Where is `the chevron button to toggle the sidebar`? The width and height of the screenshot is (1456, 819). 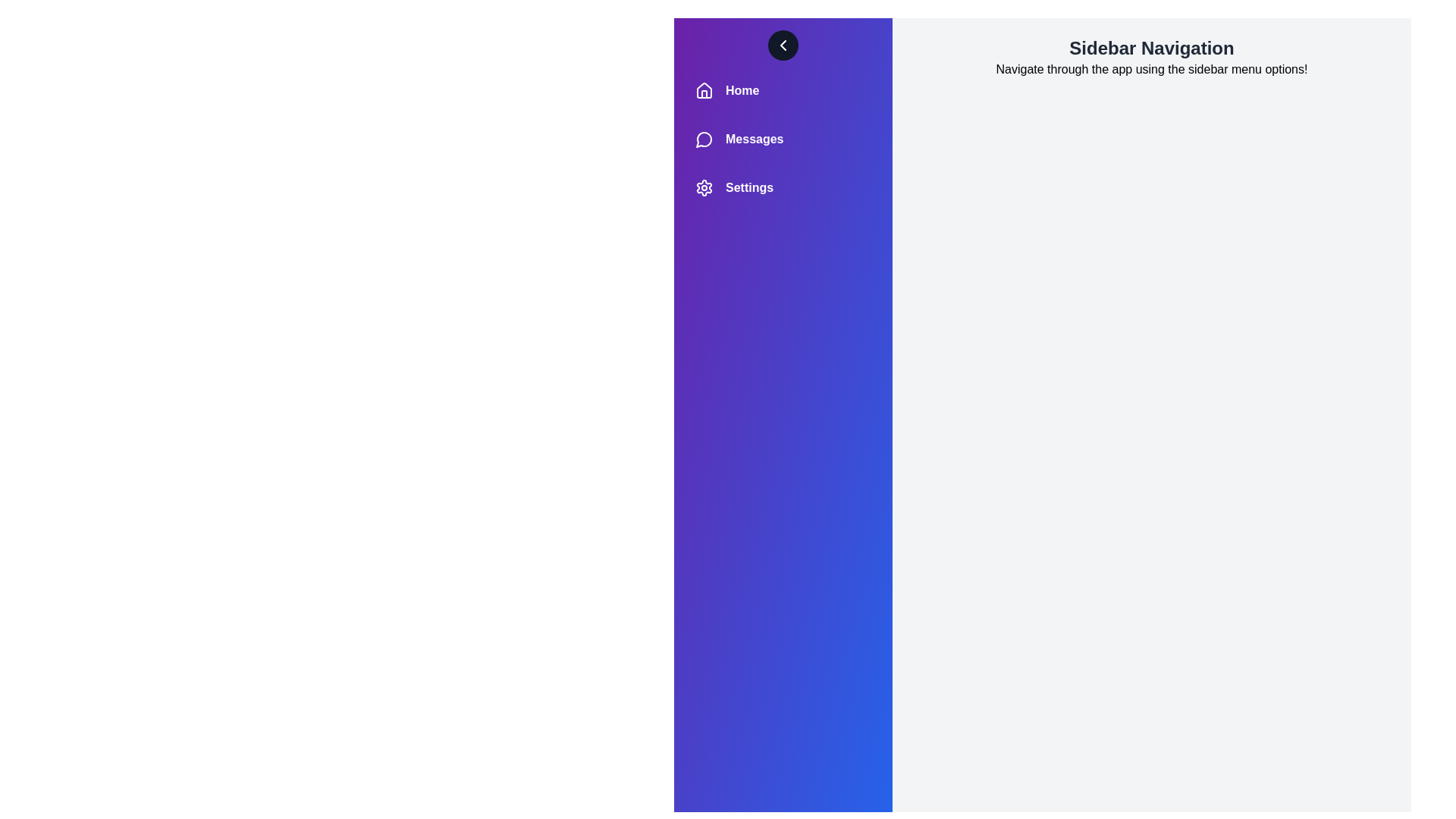 the chevron button to toggle the sidebar is located at coordinates (783, 45).